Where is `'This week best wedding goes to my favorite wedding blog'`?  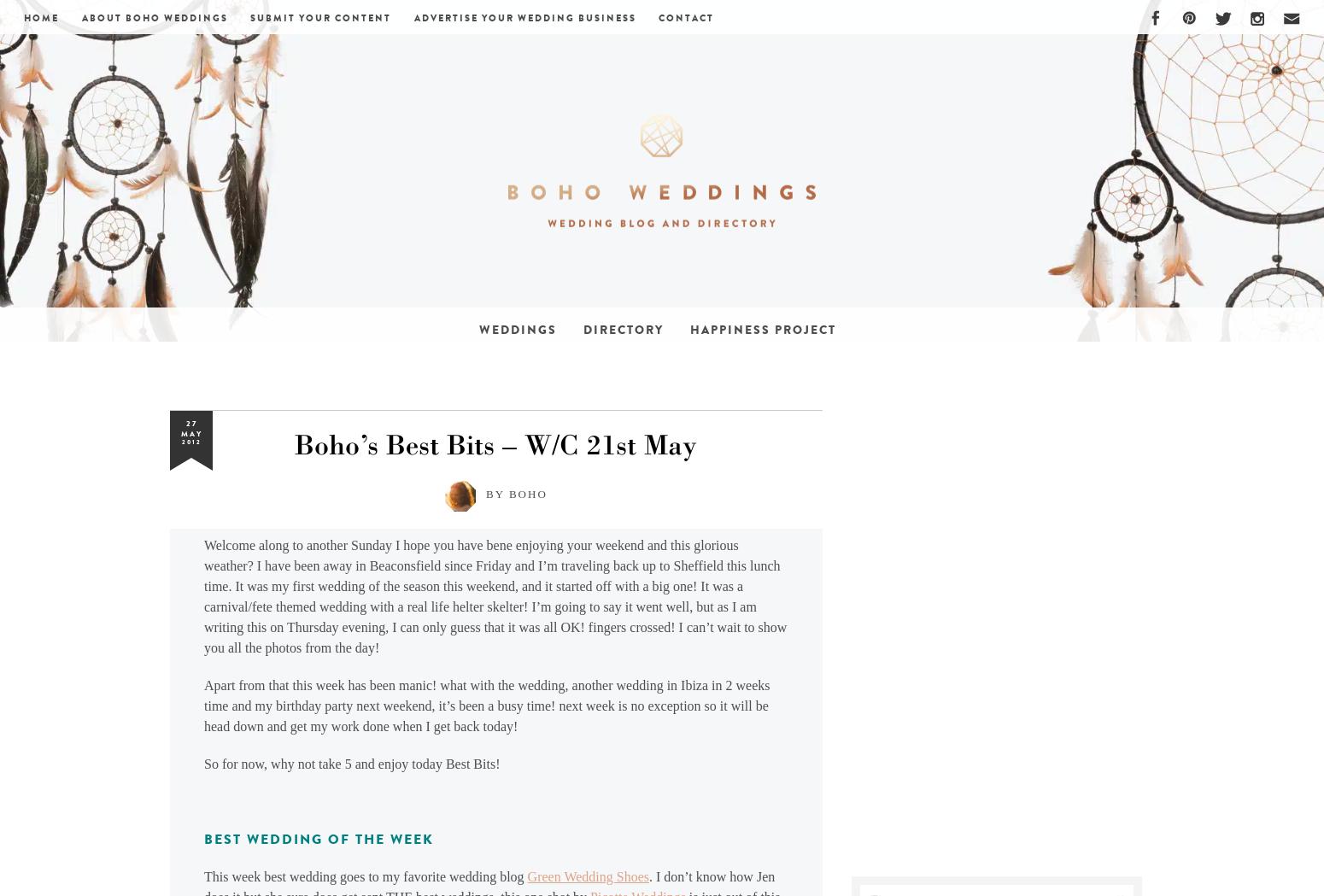
'This week best wedding goes to my favorite wedding blog' is located at coordinates (365, 876).